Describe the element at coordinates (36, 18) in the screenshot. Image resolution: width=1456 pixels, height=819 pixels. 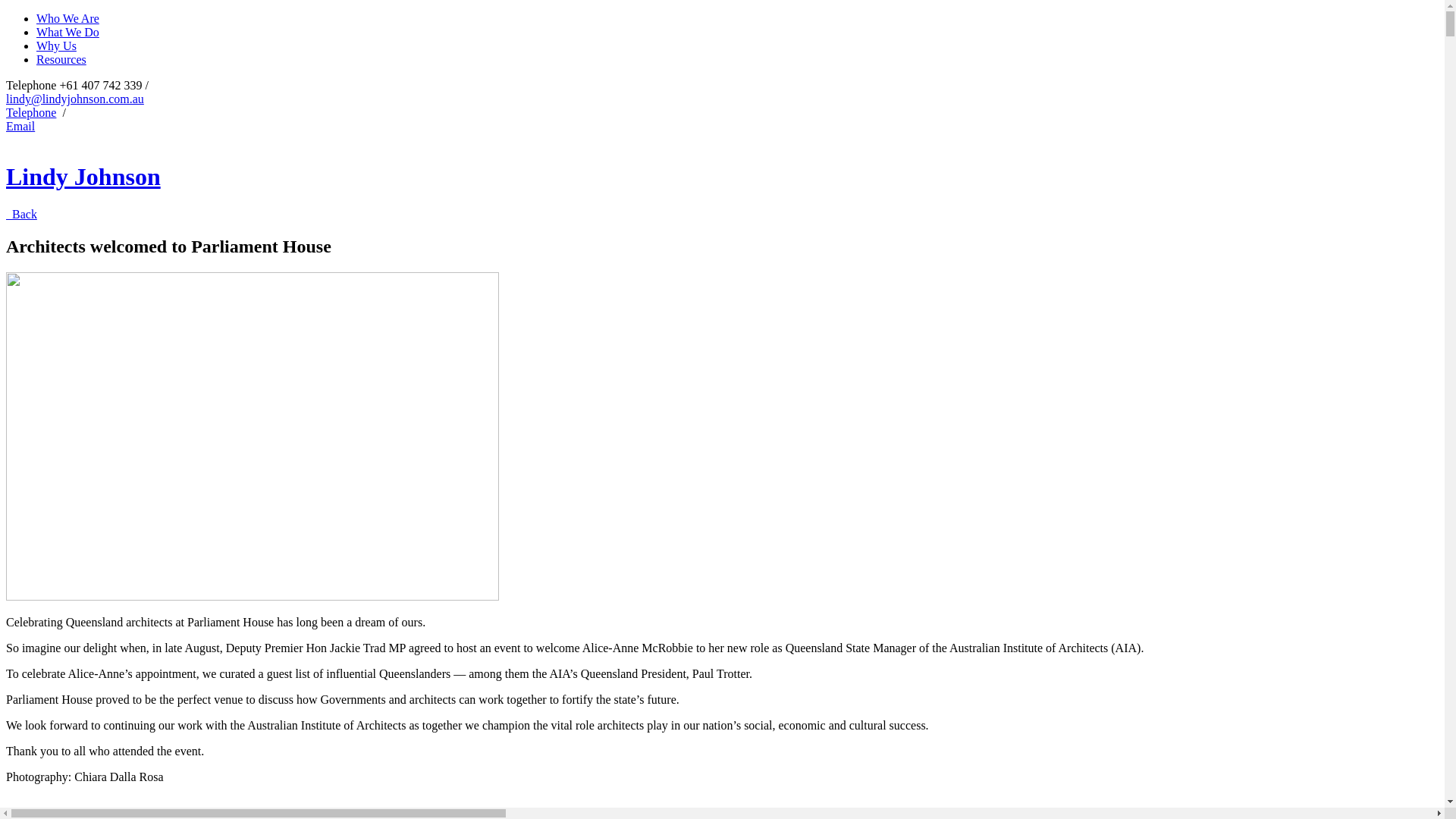
I see `'Who We Are'` at that location.